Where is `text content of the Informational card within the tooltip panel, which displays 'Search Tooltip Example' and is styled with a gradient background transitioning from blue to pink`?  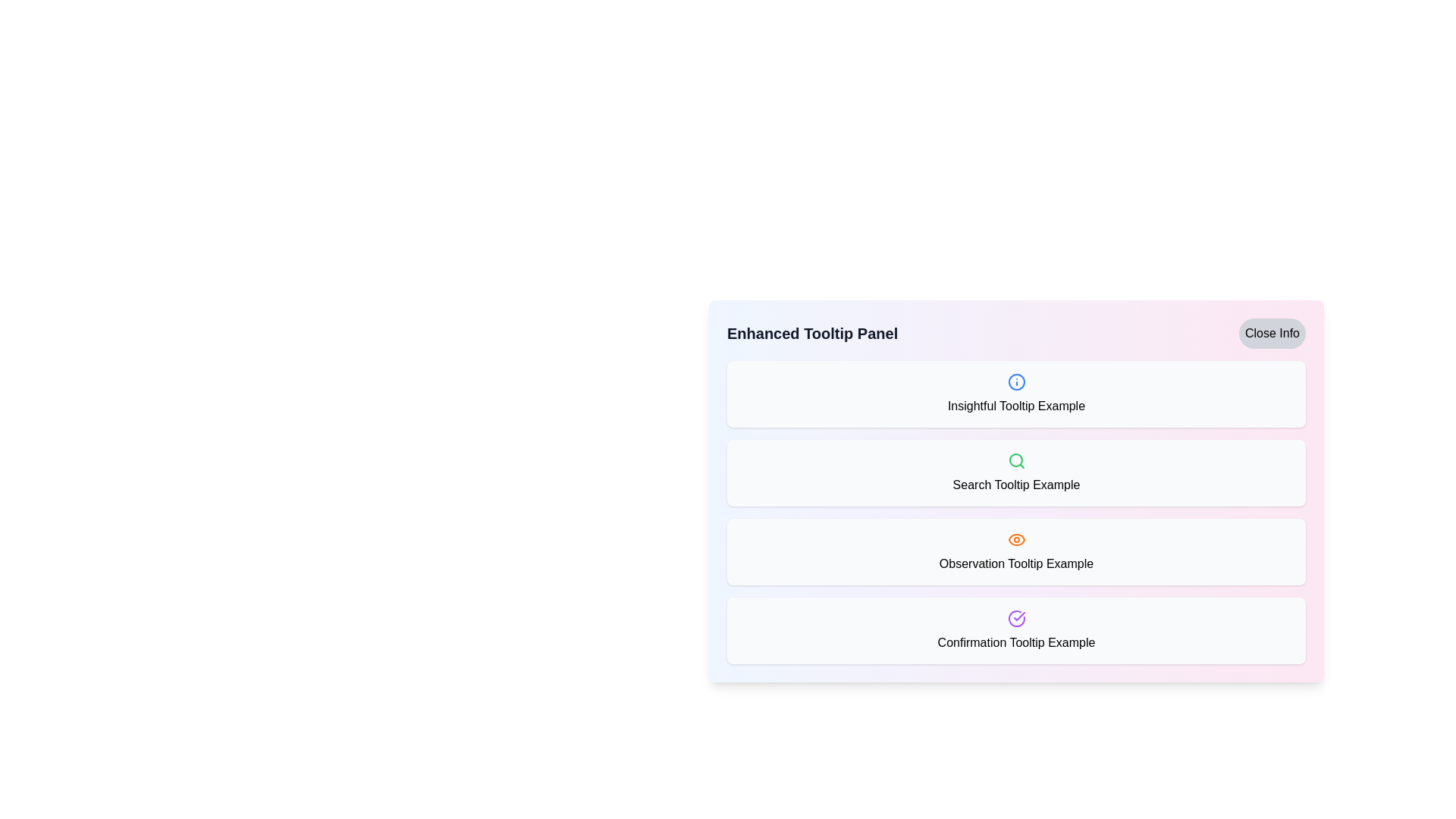
text content of the Informational card within the tooltip panel, which displays 'Search Tooltip Example' and is styled with a gradient background transitioning from blue to pink is located at coordinates (1016, 491).